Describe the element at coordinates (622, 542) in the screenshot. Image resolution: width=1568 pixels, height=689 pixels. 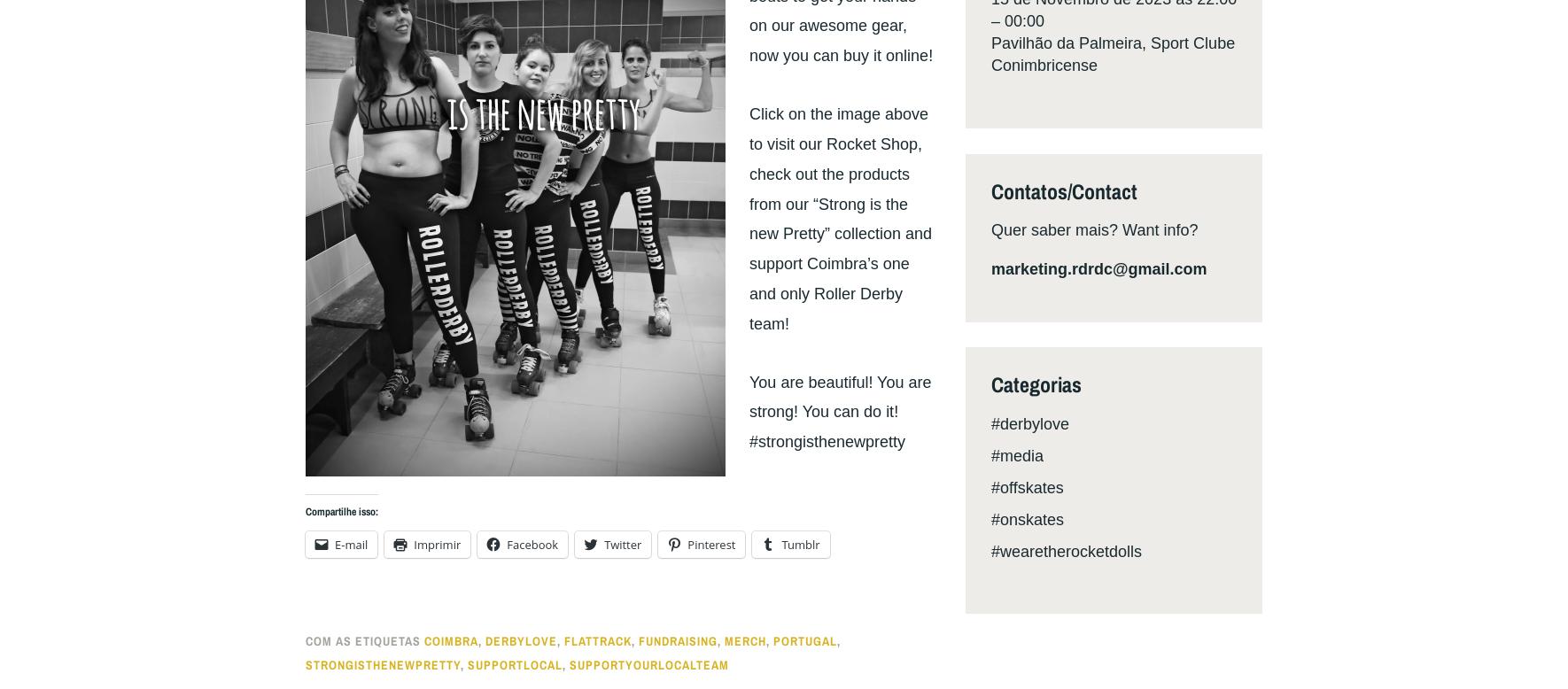
I see `'Twitter'` at that location.